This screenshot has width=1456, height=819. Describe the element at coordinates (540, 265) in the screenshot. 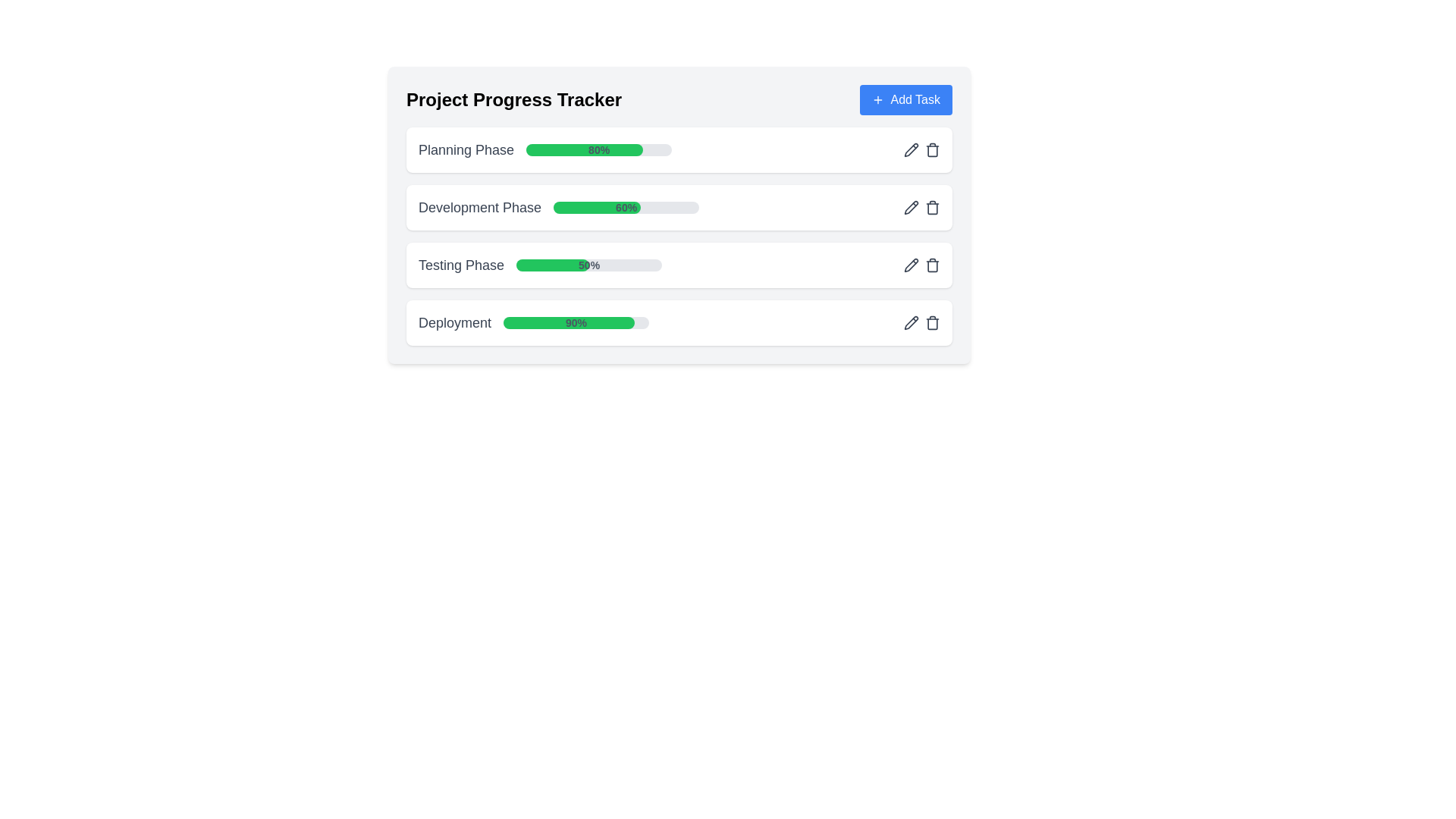

I see `the Progress Indicator Row that represents the progress for the 'Testing Phase' of a task, situated between the 'Development Phase' and 'Deployment' rows in the 'Project Progress Tracker' card` at that location.